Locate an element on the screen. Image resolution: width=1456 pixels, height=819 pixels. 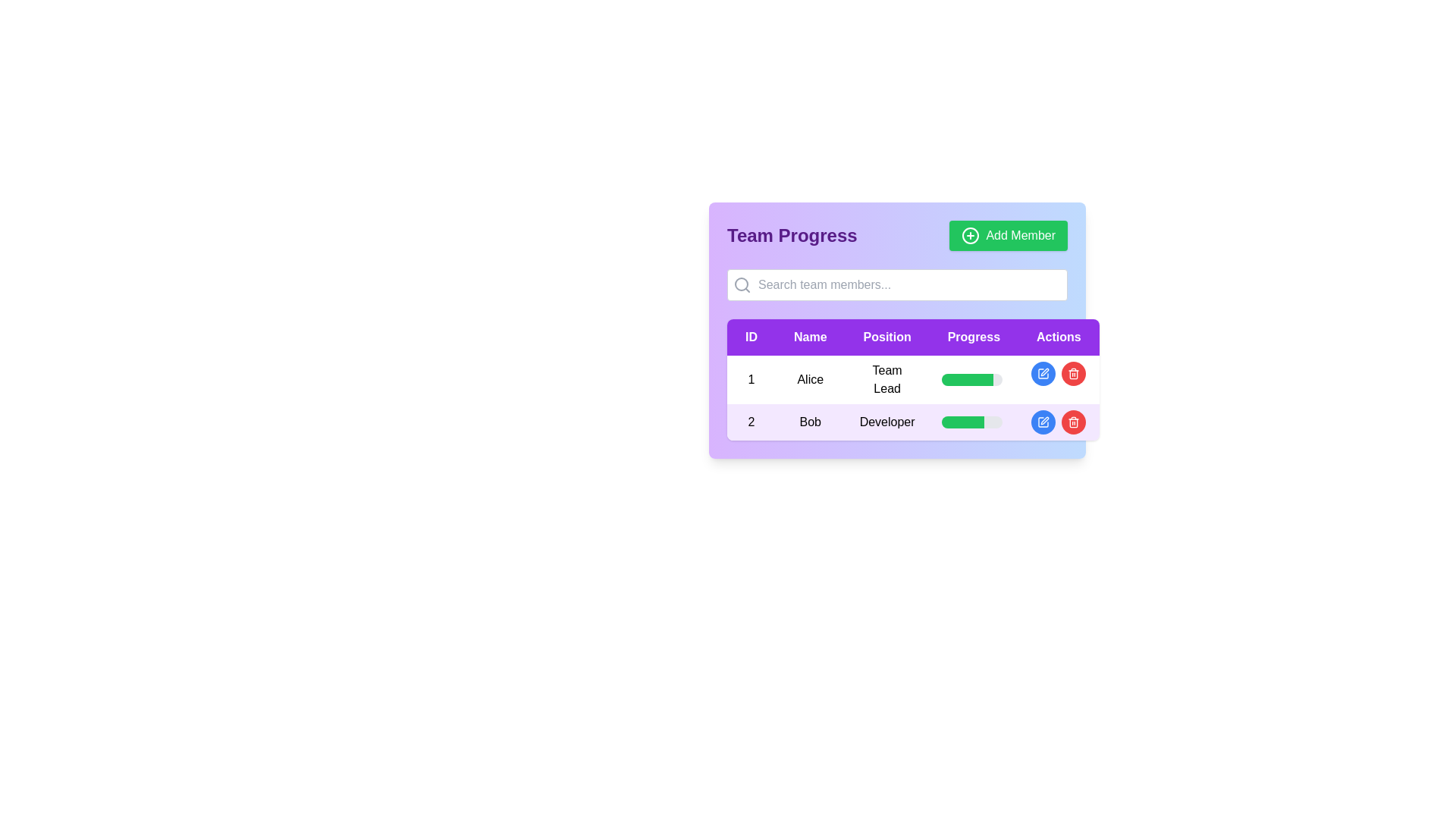
the 'ID' column header with a vivid purple background in the Team Progress panel to initiate sorting is located at coordinates (751, 336).